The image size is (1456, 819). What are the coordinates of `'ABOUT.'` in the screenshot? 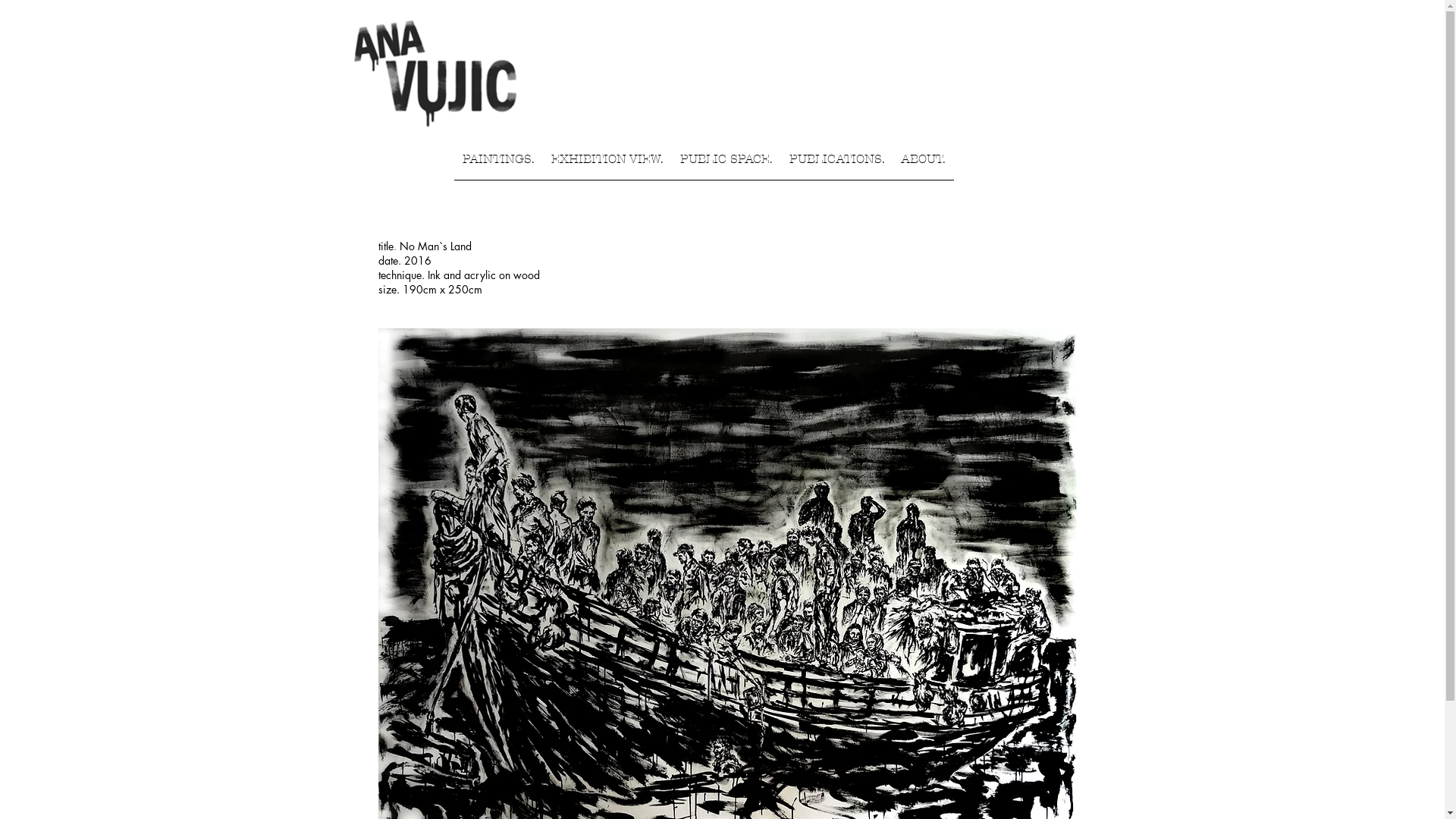 It's located at (923, 164).